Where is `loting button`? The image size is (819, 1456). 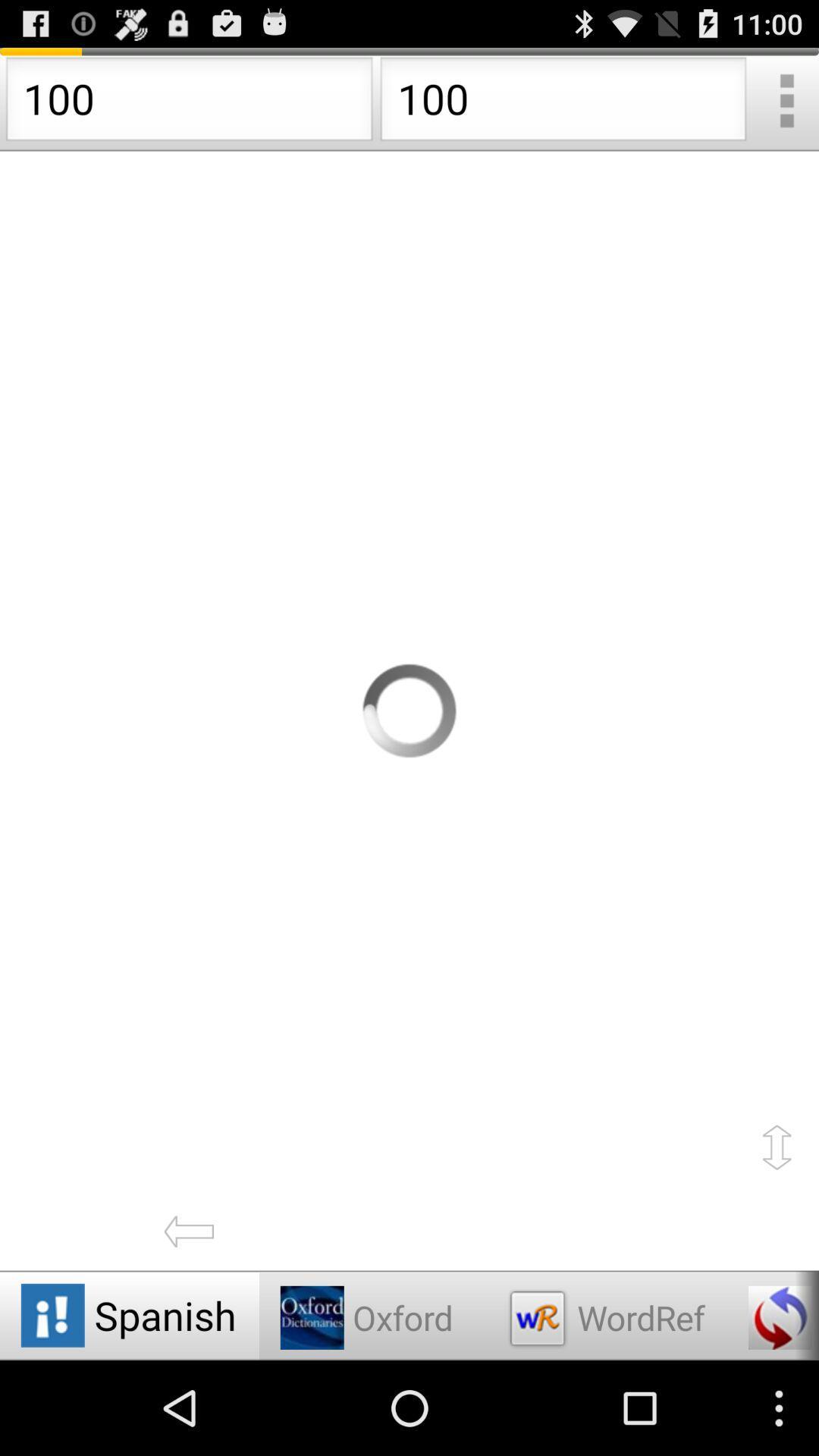 loting button is located at coordinates (409, 710).